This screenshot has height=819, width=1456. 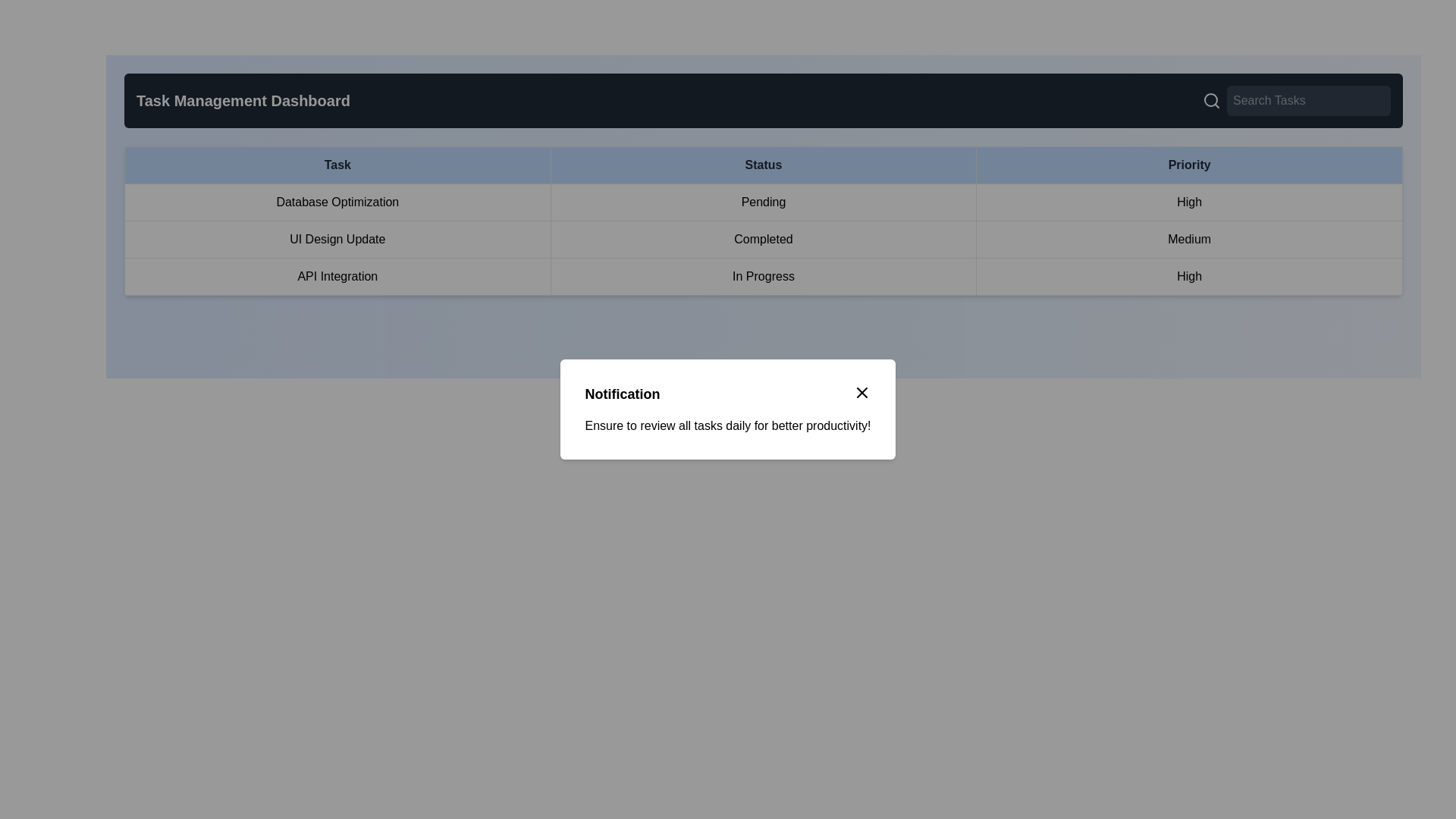 What do you see at coordinates (861, 391) in the screenshot?
I see `the small 'X' icon in the top-right corner of the notification box` at bounding box center [861, 391].